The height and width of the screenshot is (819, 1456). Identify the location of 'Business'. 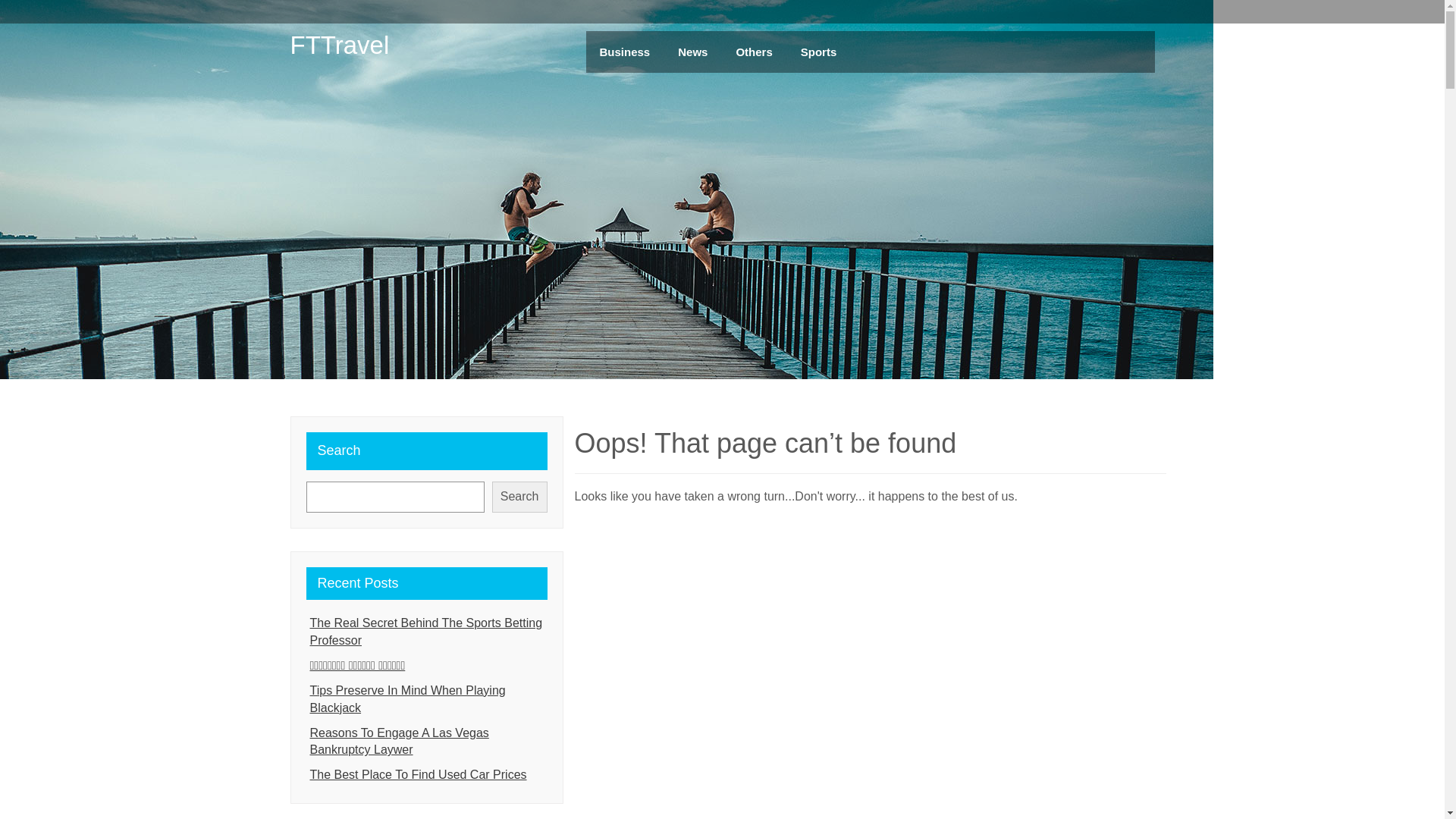
(585, 51).